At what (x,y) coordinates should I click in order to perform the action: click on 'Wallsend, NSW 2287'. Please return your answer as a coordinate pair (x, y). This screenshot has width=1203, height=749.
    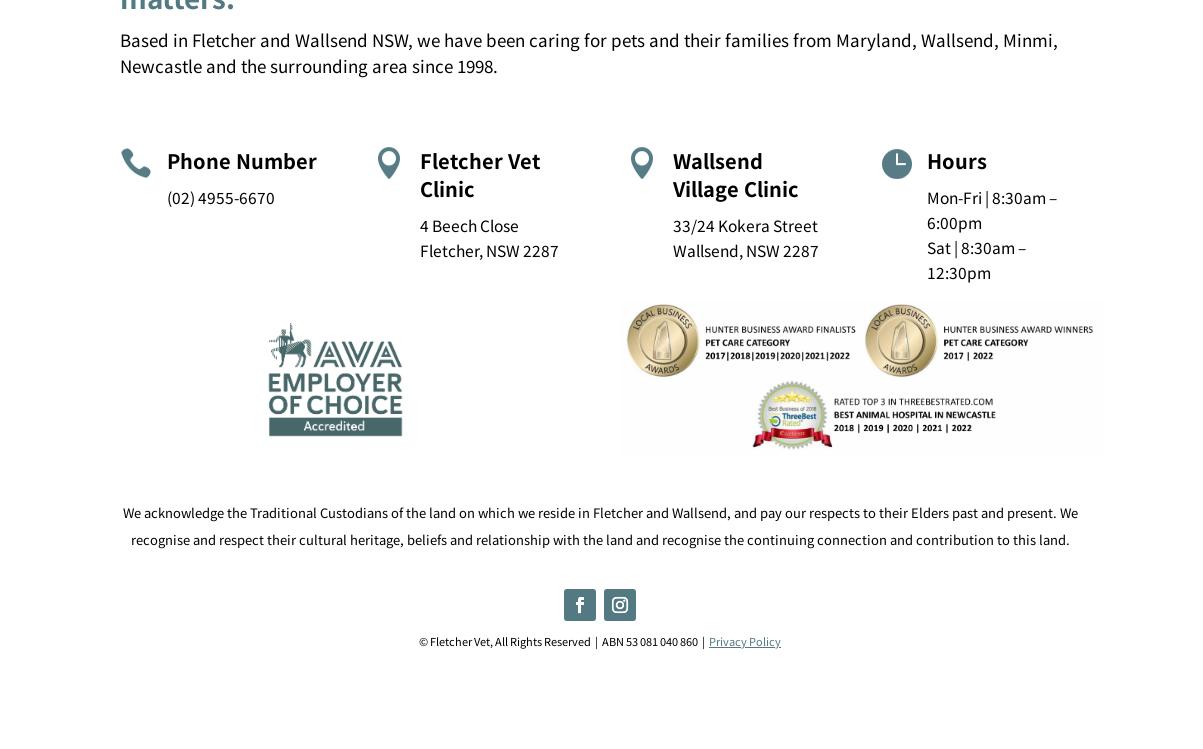
    Looking at the image, I should click on (744, 248).